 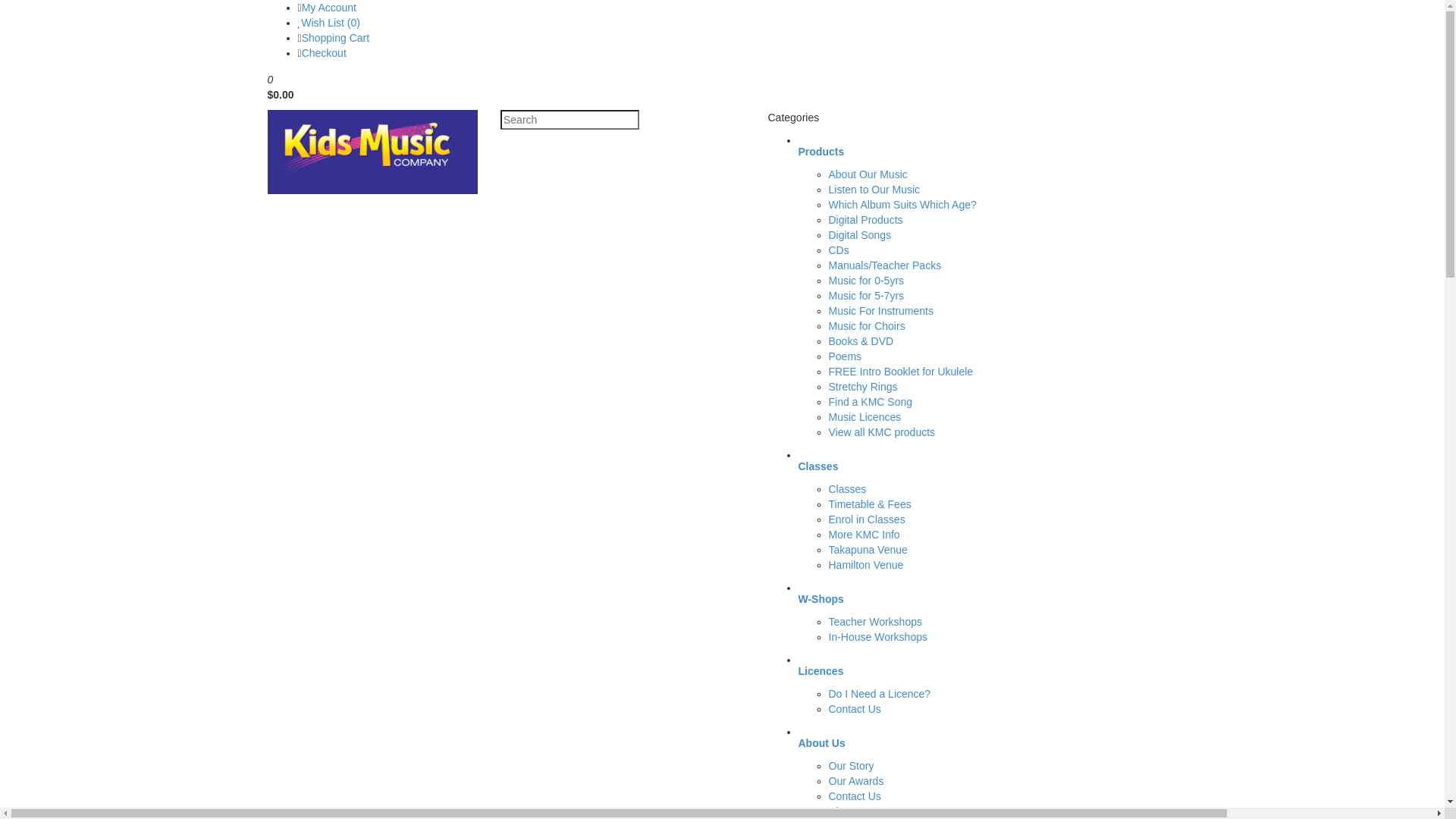 What do you see at coordinates (869, 504) in the screenshot?
I see `'Timetable & Fees'` at bounding box center [869, 504].